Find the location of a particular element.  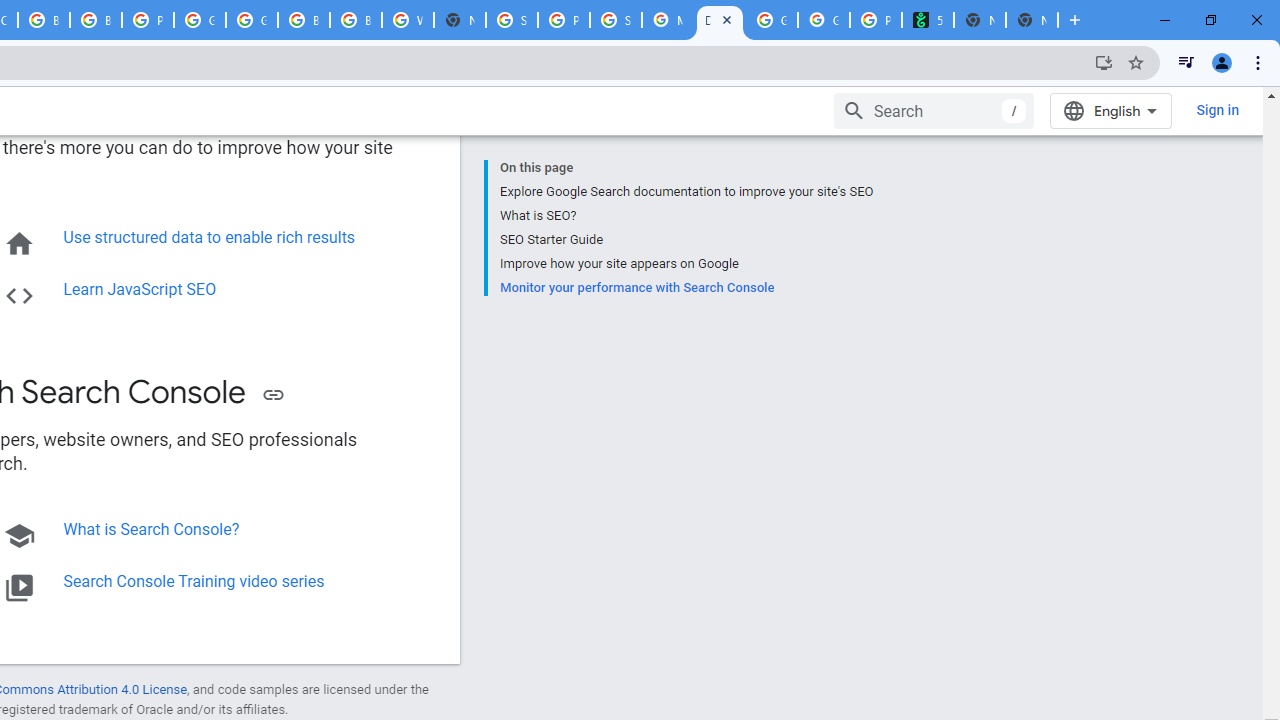

'Monitor your performance with Search Console' is located at coordinates (686, 285).